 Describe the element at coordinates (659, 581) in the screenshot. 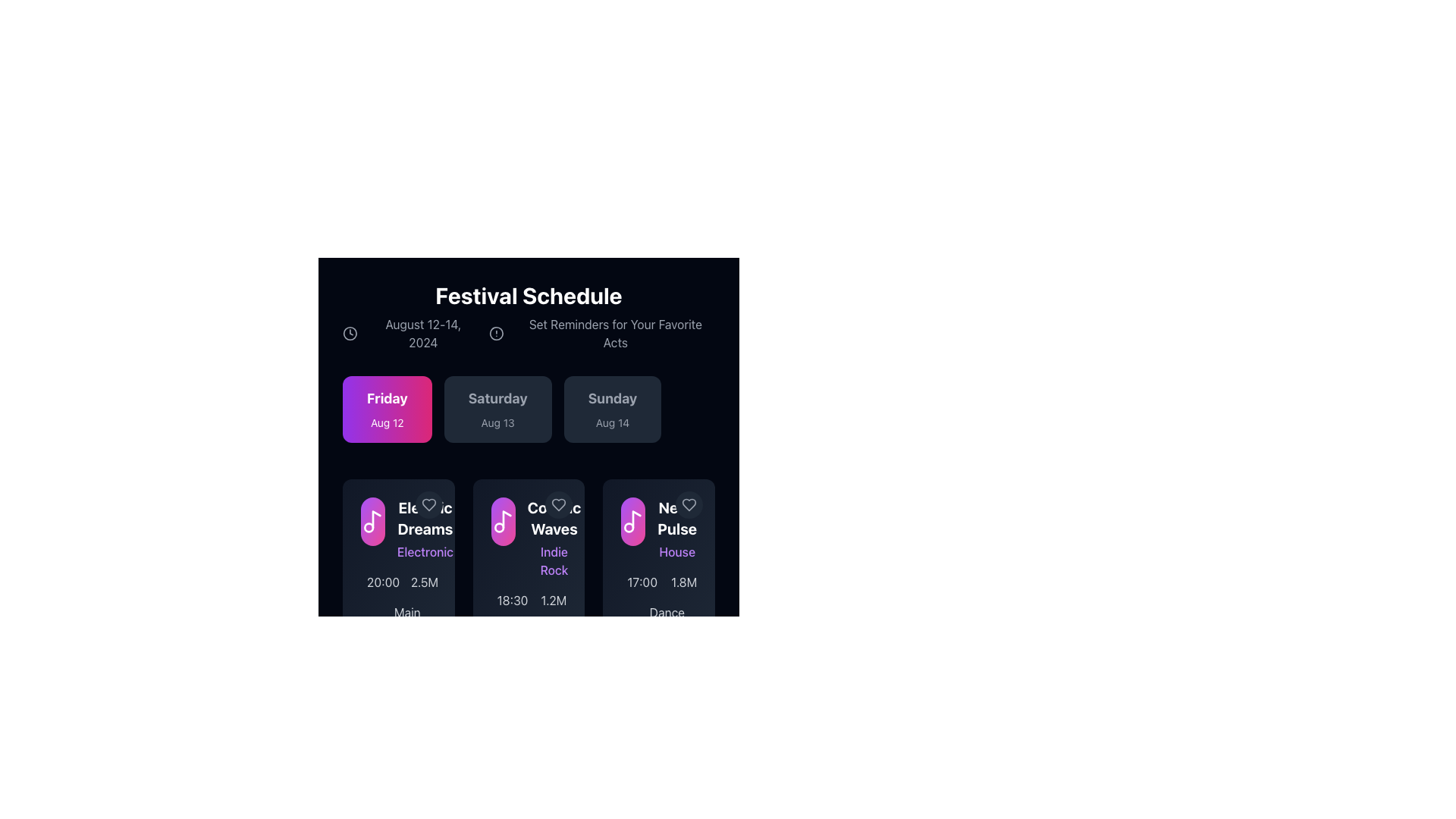

I see `informational label displaying the time '17:00' and the number '1.8M', which is located under the 'Neon Pulse House' description and above the 'Dance Arena' text` at that location.